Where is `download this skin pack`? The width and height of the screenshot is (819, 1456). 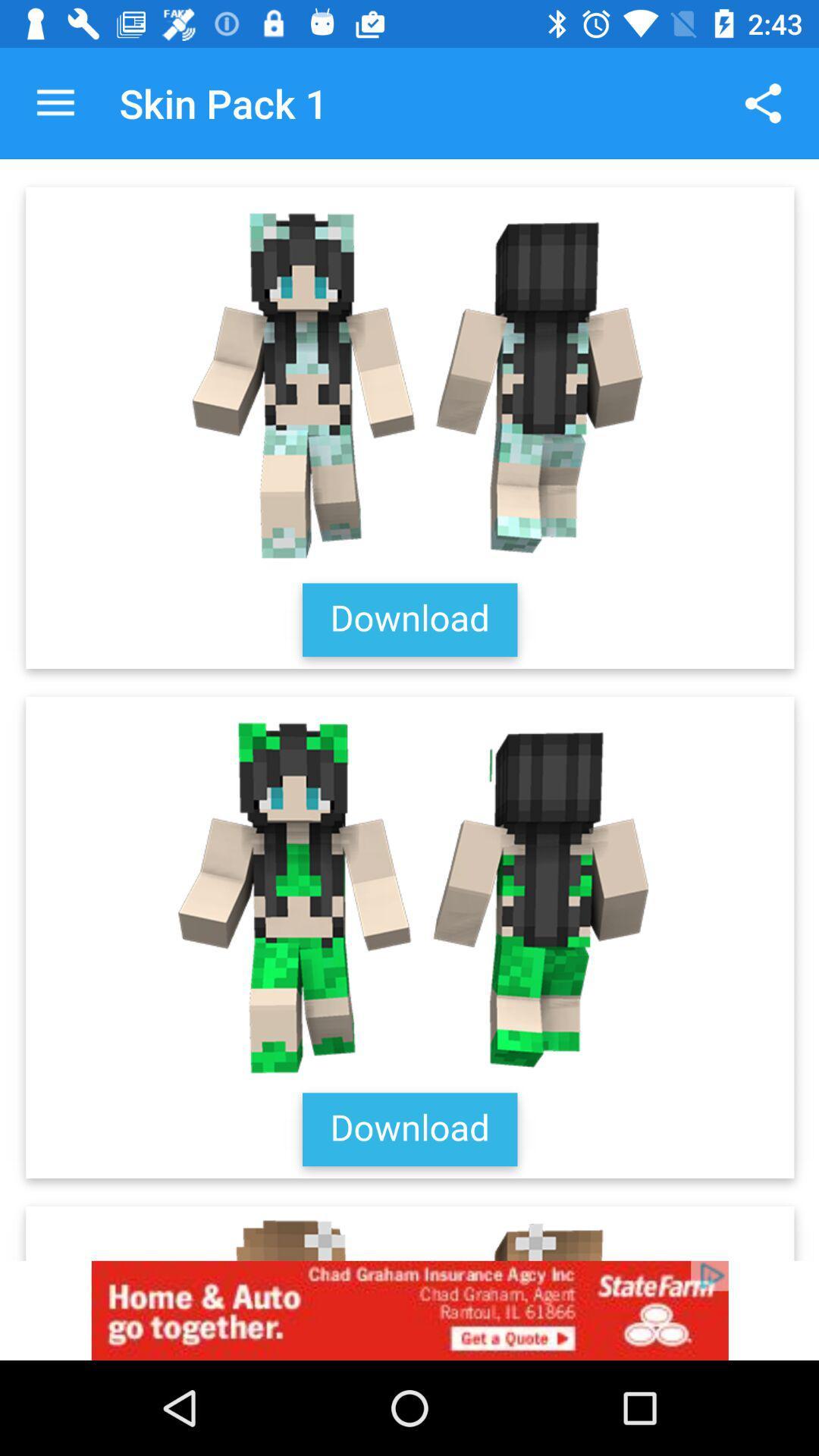 download this skin pack is located at coordinates (409, 709).